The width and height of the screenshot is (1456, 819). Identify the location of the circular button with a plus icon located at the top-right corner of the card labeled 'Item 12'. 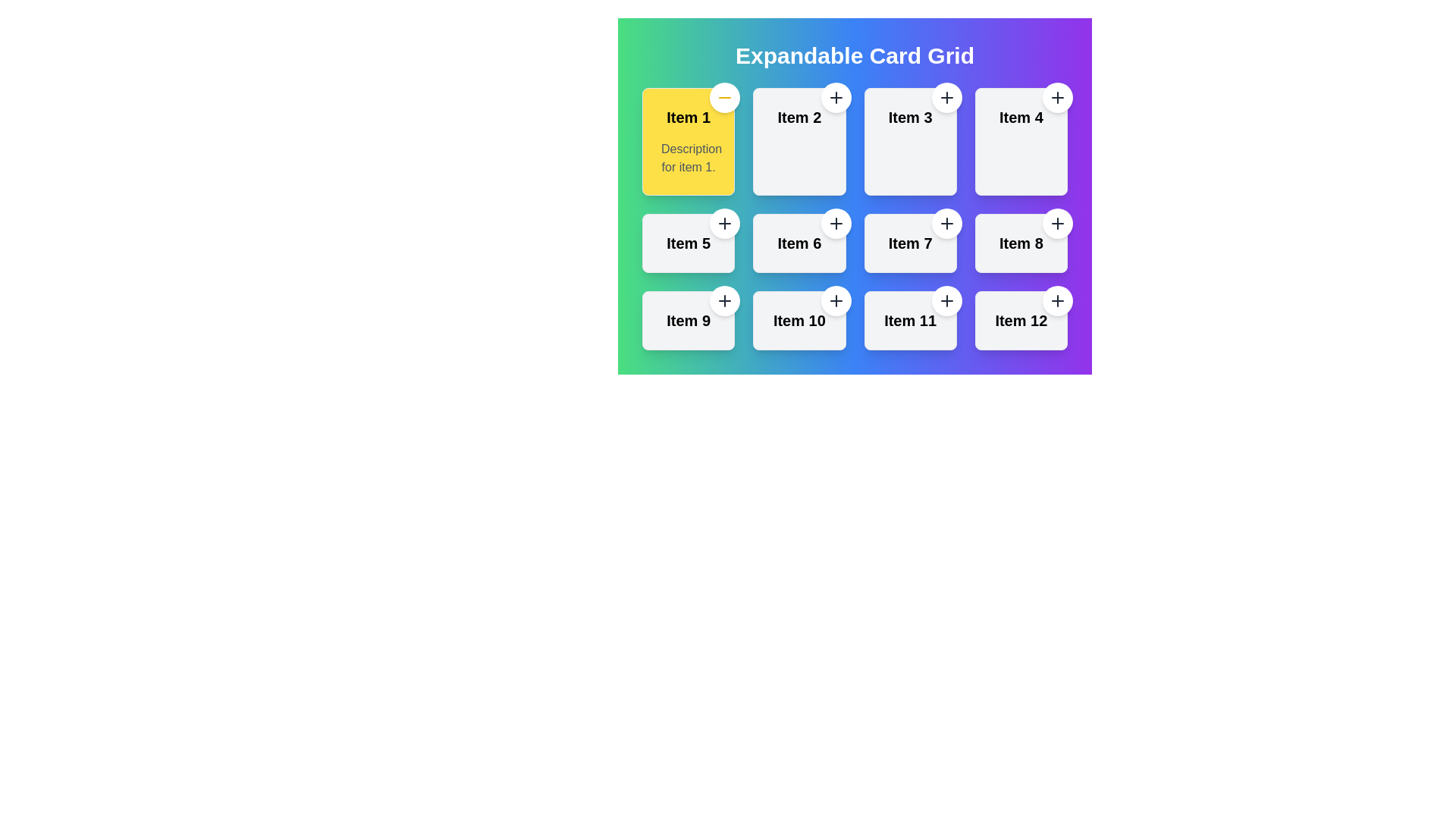
(1057, 301).